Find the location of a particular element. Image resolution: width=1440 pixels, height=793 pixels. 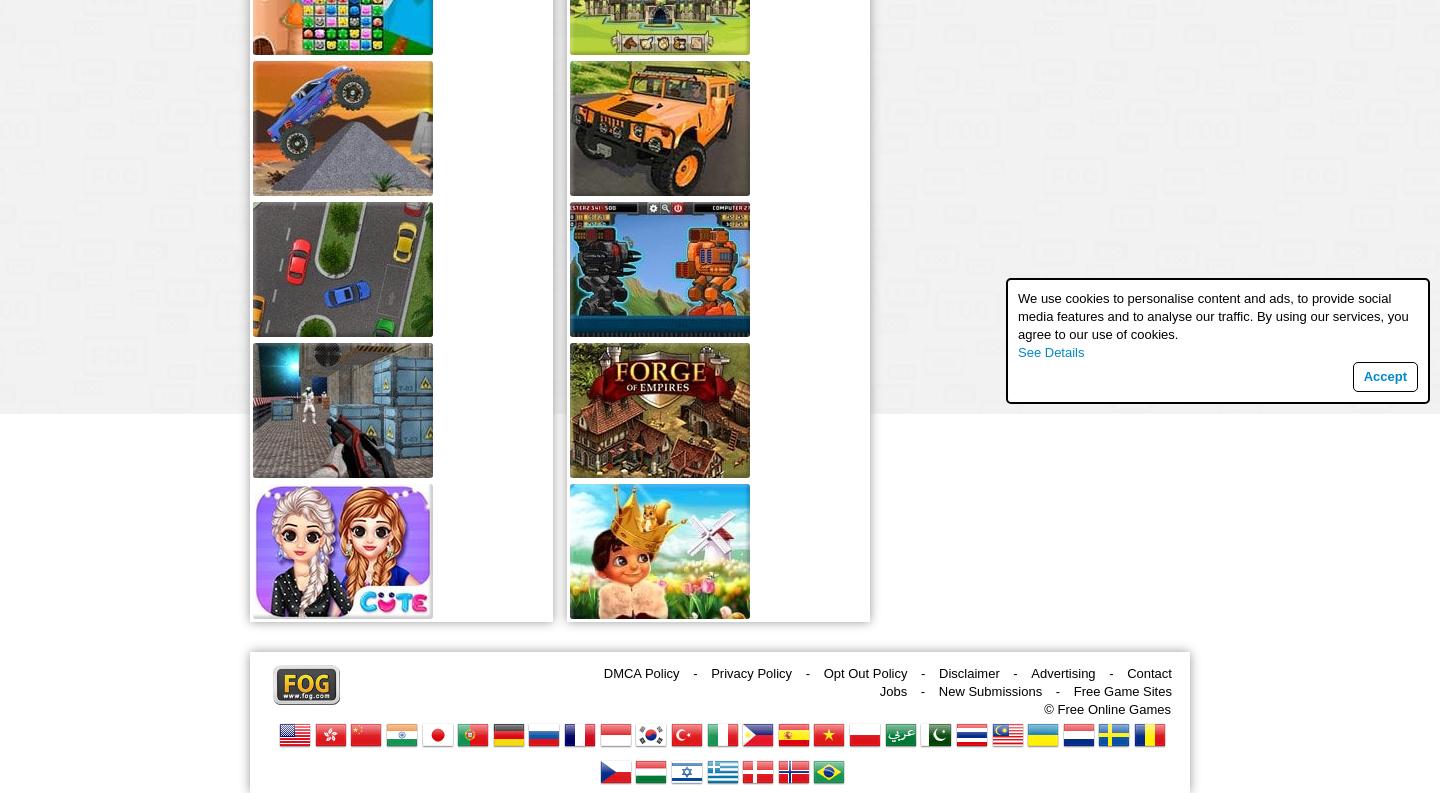

'We use cookies to personalise content and ads, to provide social media features and to analyse our traffic. By using our services, you agree to our use of cookies.' is located at coordinates (1212, 316).